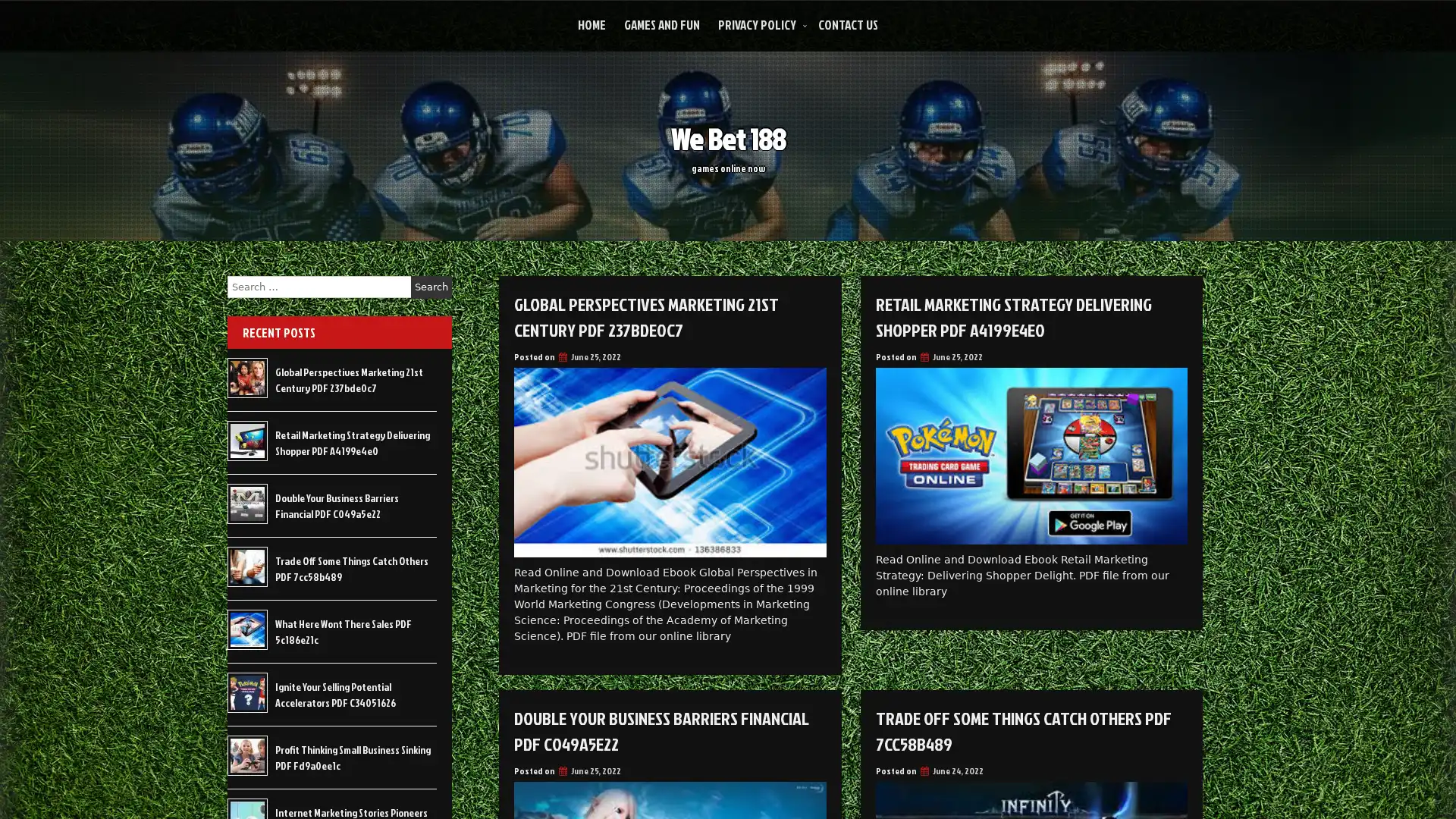  Describe the element at coordinates (431, 287) in the screenshot. I see `Search` at that location.